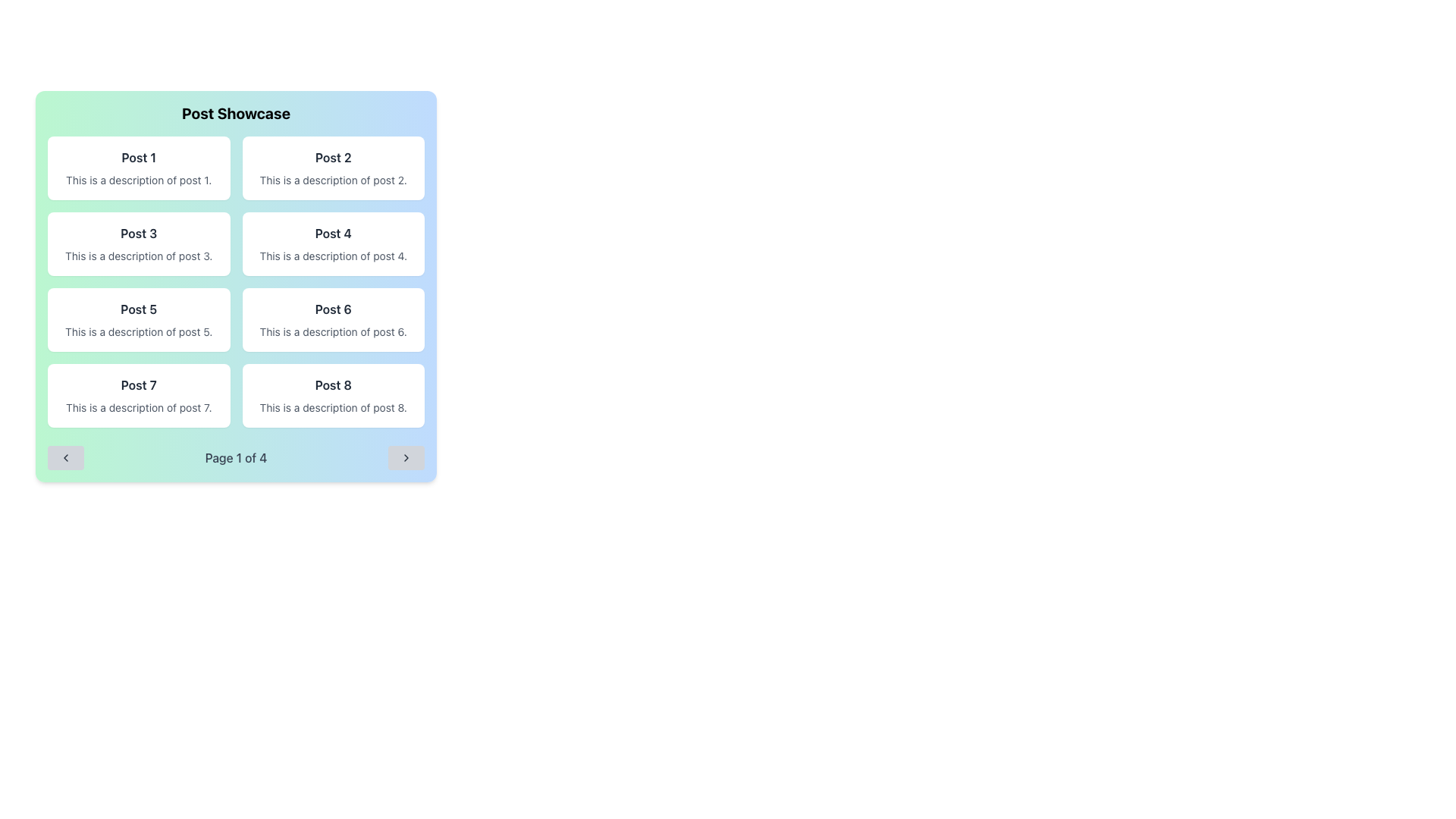 The image size is (1456, 819). I want to click on and interpret the text from the 'Post 1' label, which is styled in bold with dark gray color and is located at the top of the 'Post Showcase' card, so click(139, 158).